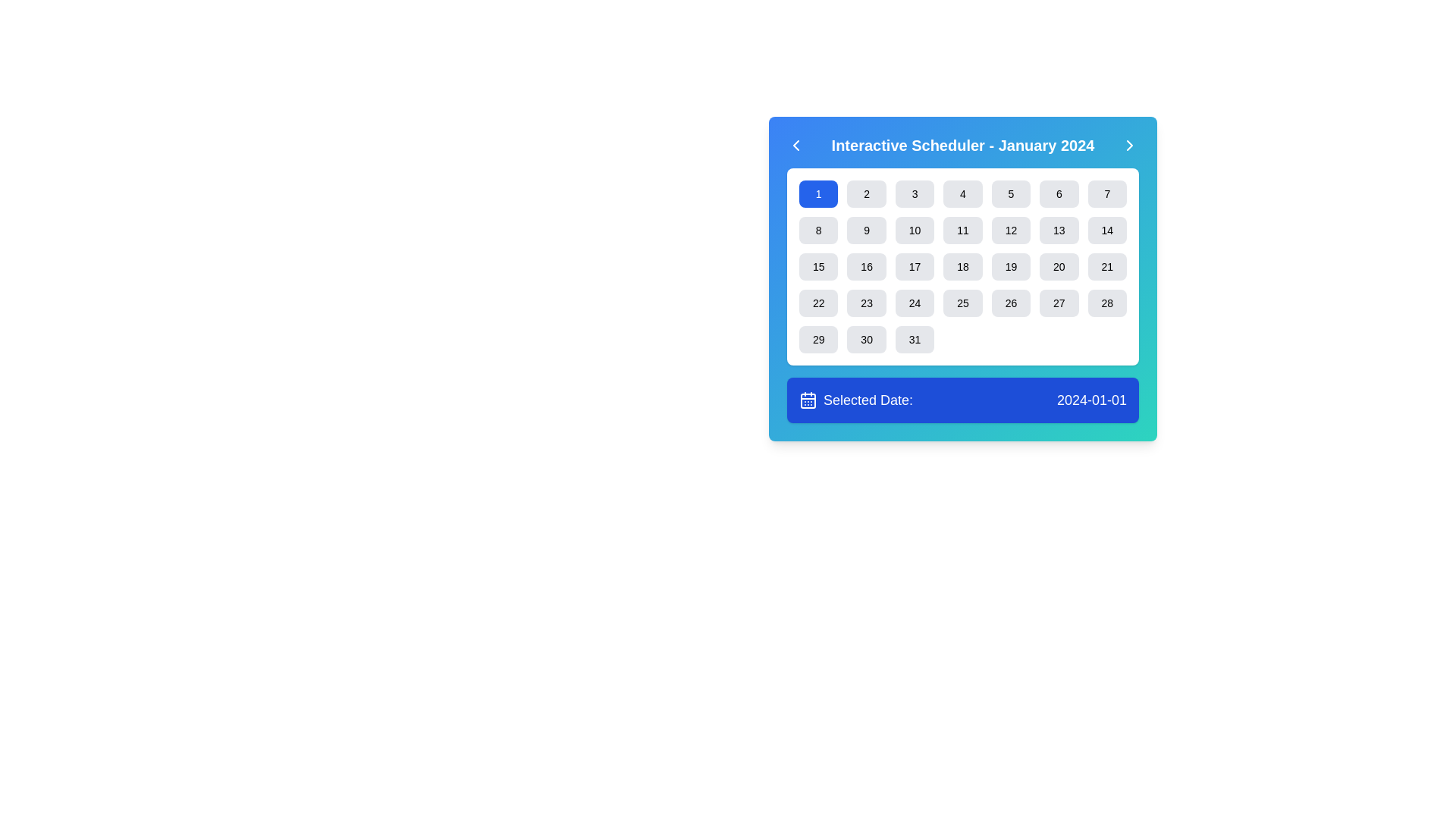  I want to click on the text label 'Interactive Scheduler - January 2024' located in the header of the scheduling interface, so click(962, 146).